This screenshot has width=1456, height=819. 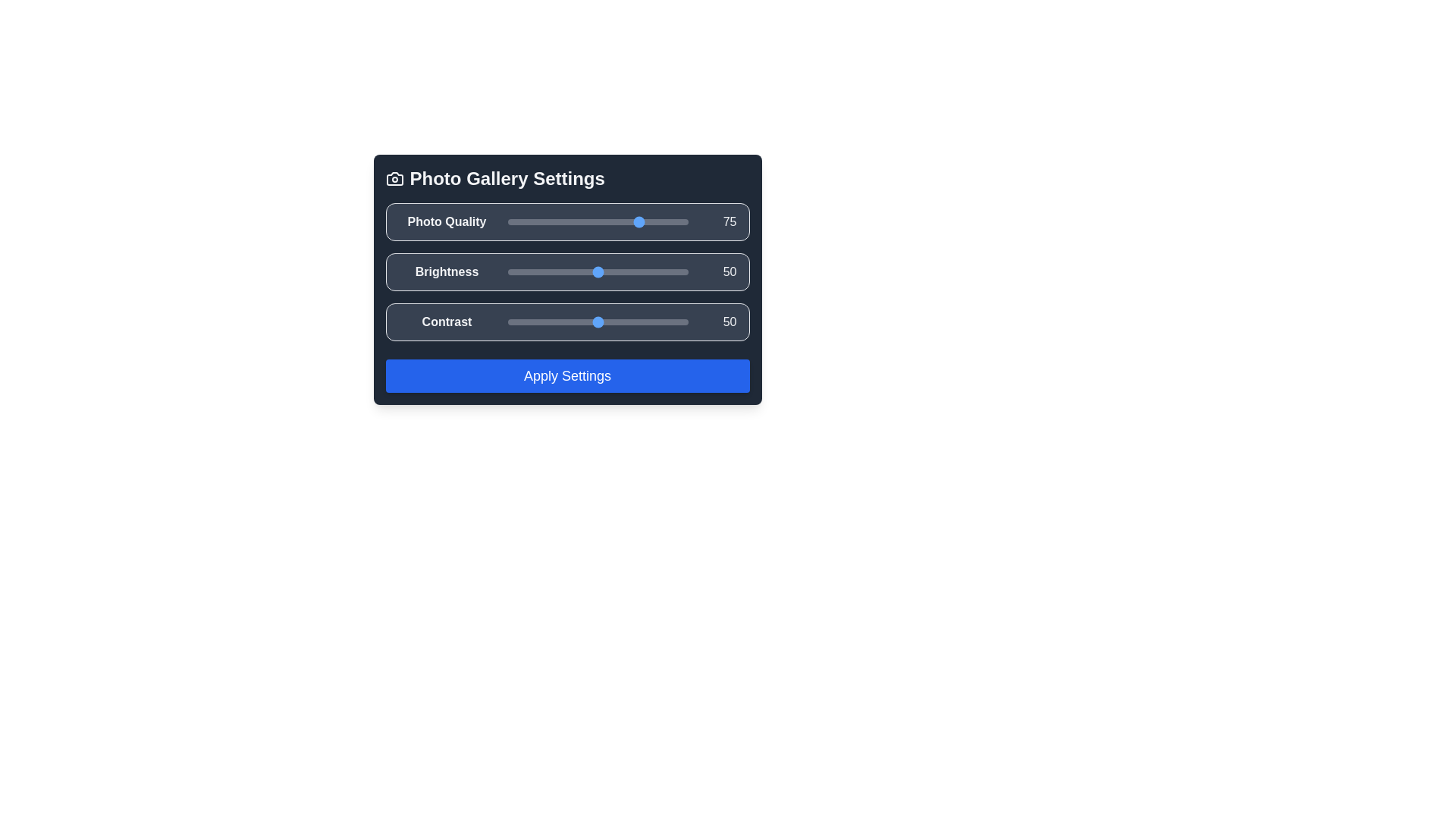 What do you see at coordinates (613, 271) in the screenshot?
I see `brightness` at bounding box center [613, 271].